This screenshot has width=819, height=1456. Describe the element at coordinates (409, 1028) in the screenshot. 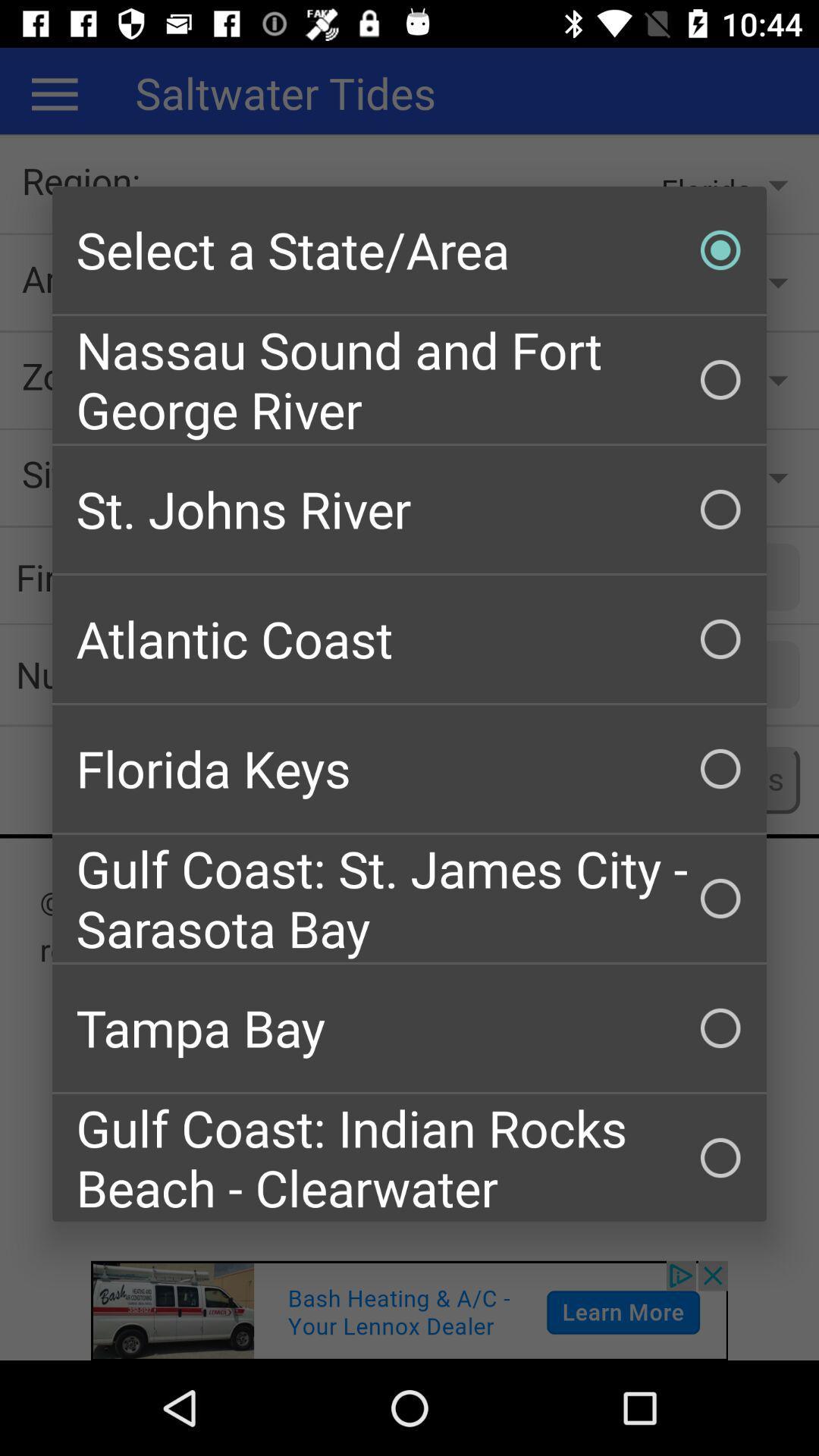

I see `the tampa bay item` at that location.